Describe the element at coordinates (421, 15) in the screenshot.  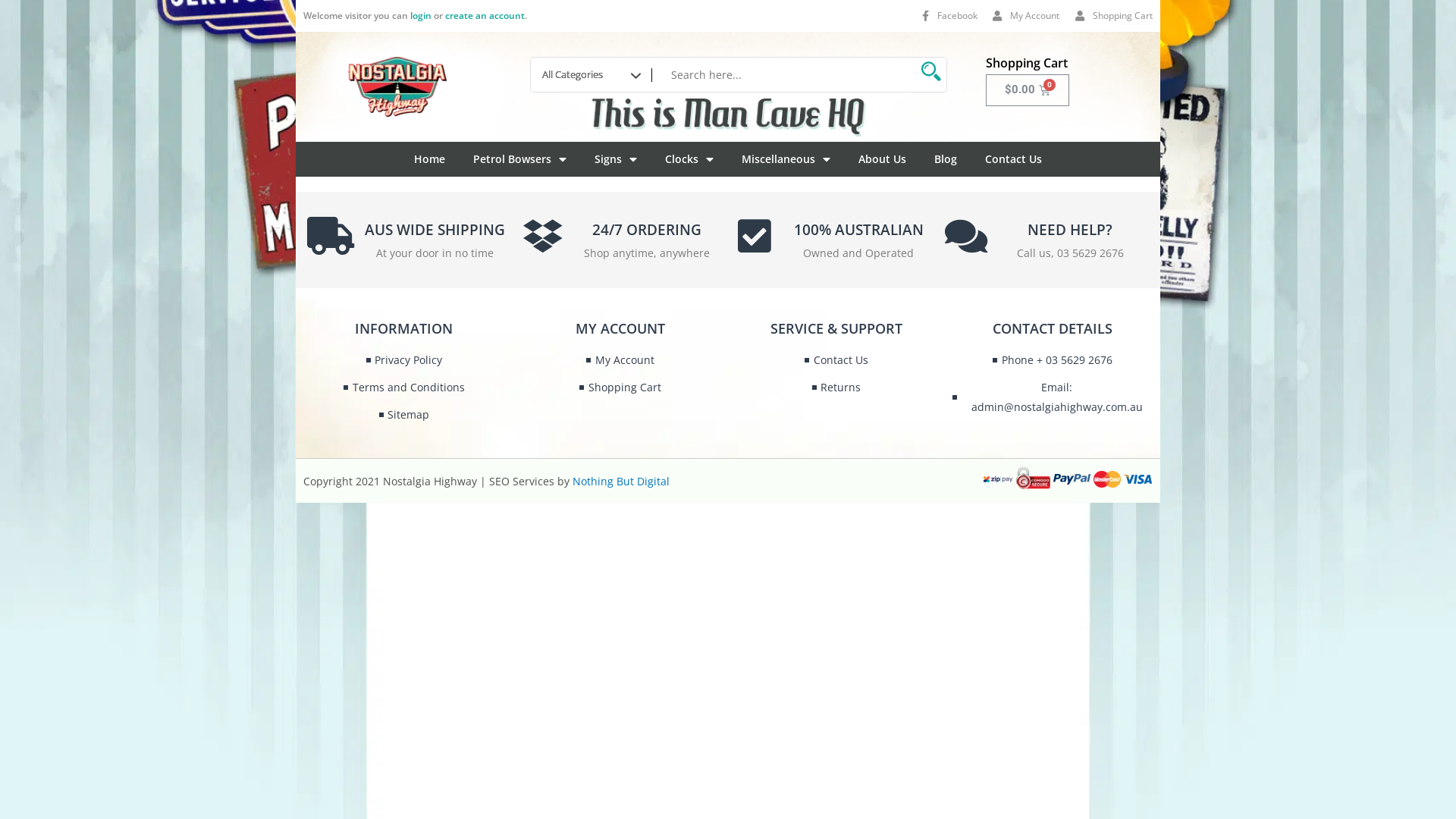
I see `'login'` at that location.